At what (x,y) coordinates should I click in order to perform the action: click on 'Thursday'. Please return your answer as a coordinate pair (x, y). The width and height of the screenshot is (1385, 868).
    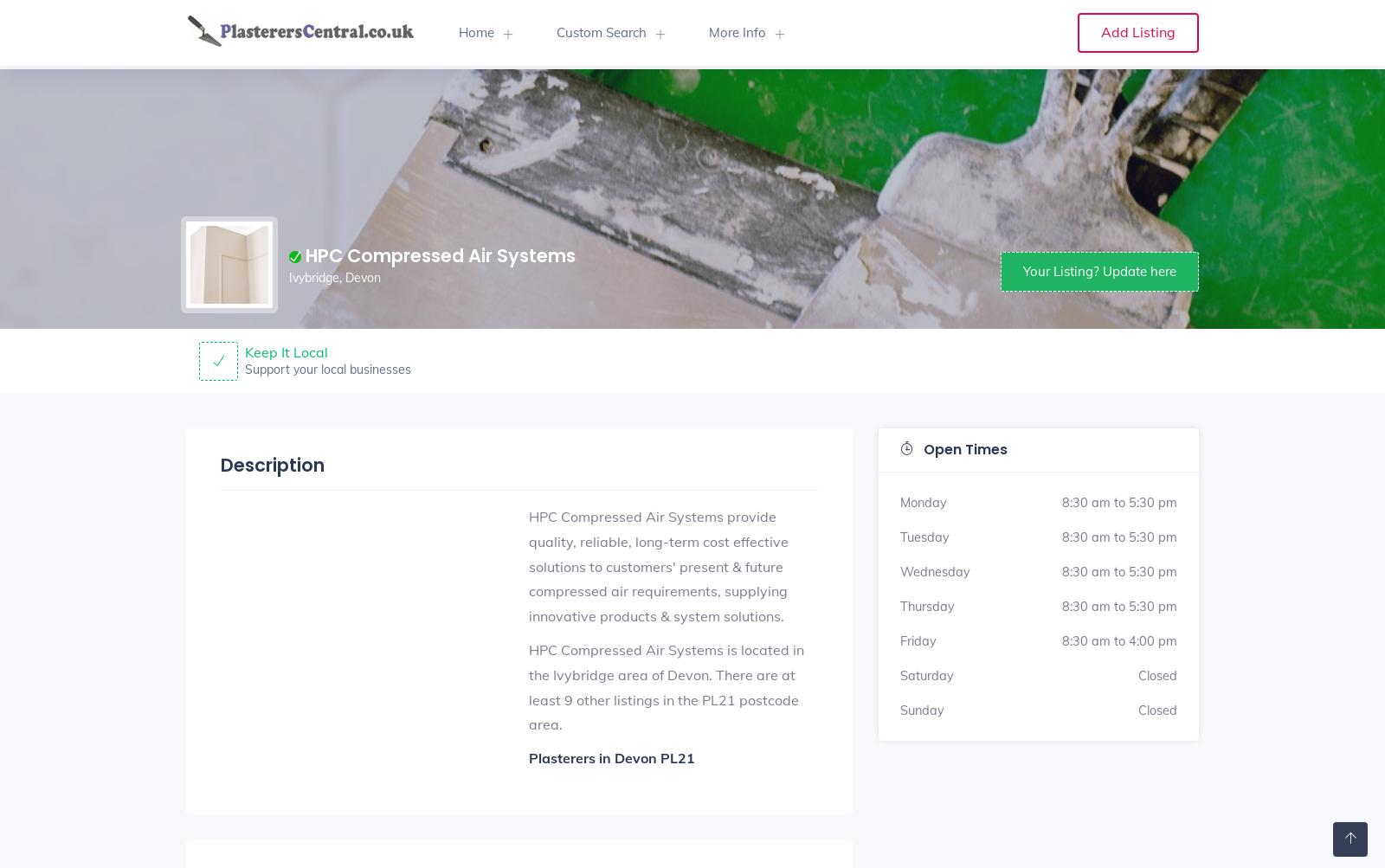
    Looking at the image, I should click on (927, 606).